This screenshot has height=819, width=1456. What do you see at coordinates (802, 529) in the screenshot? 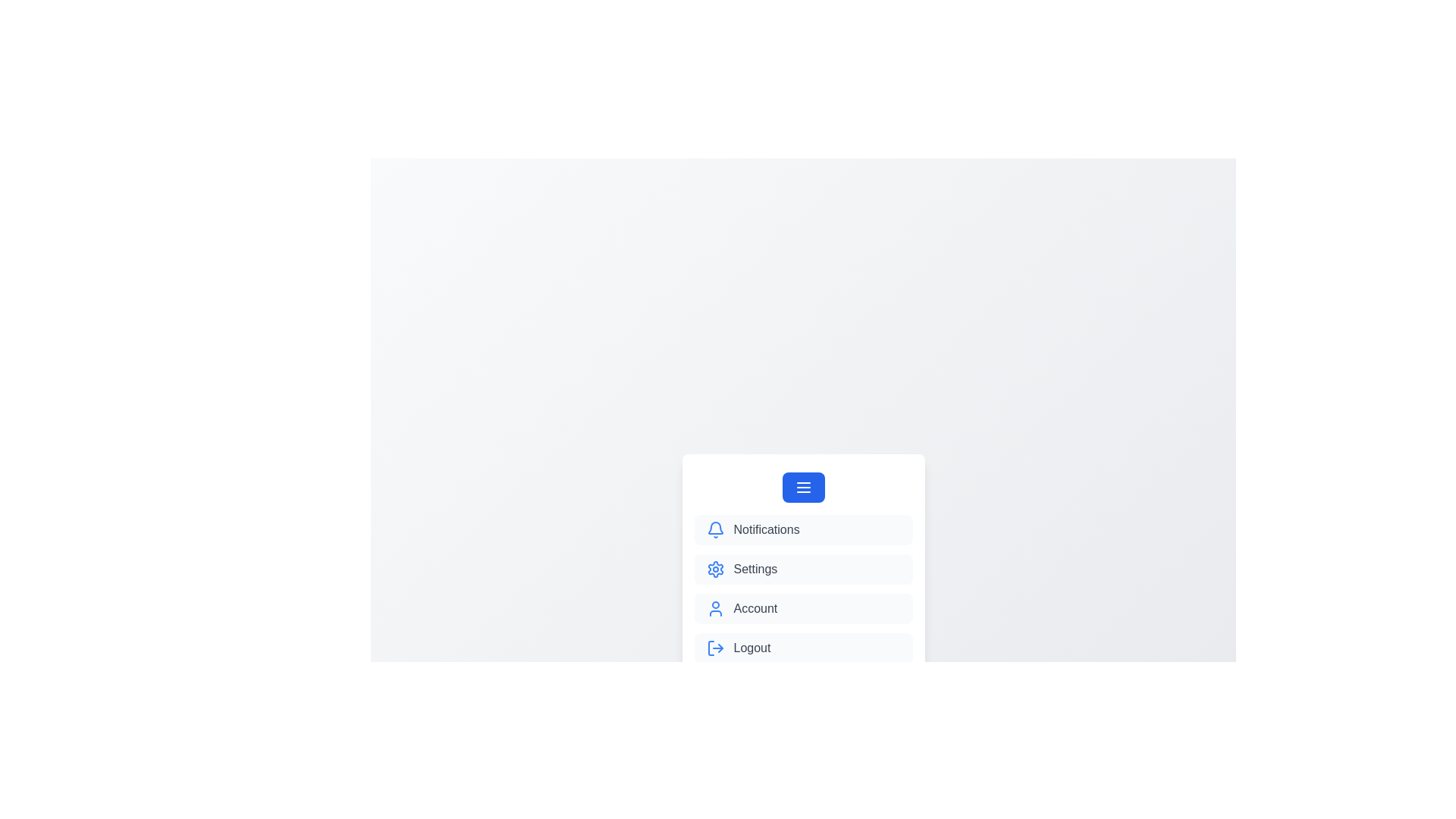
I see `the menu option Notifications by clicking on it` at bounding box center [802, 529].